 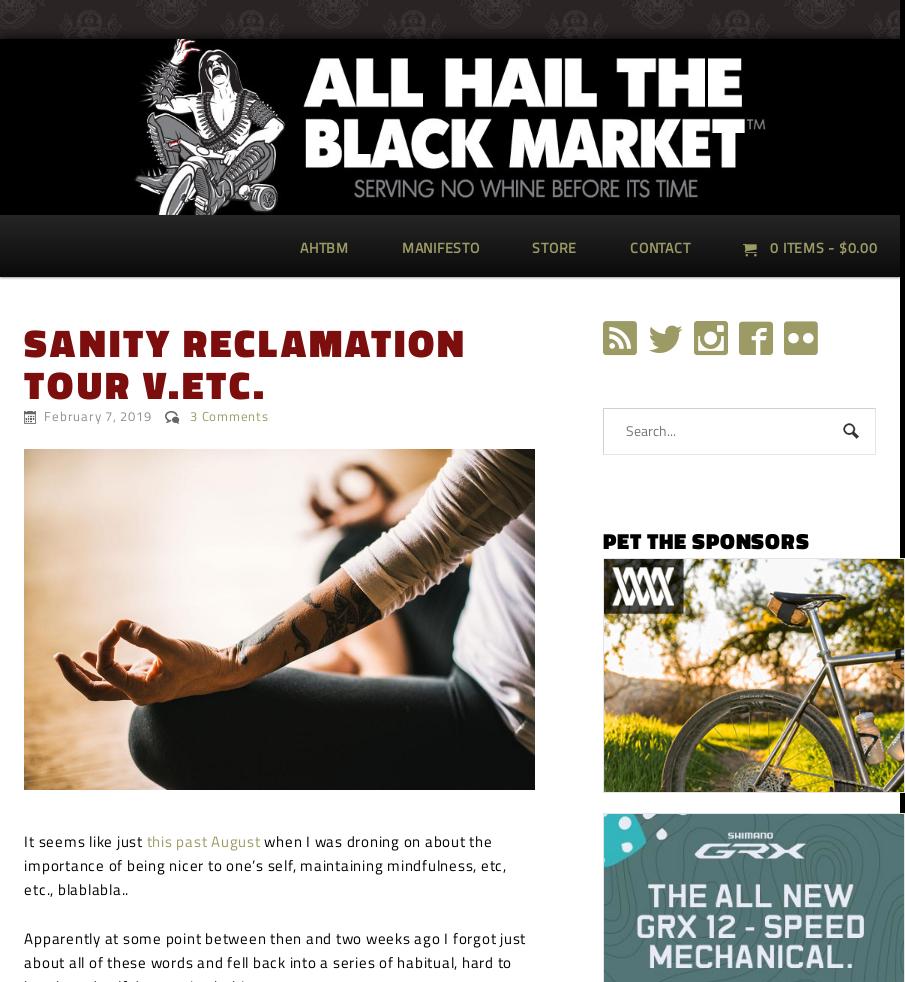 What do you see at coordinates (841, 246) in the screenshot?
I see `'$'` at bounding box center [841, 246].